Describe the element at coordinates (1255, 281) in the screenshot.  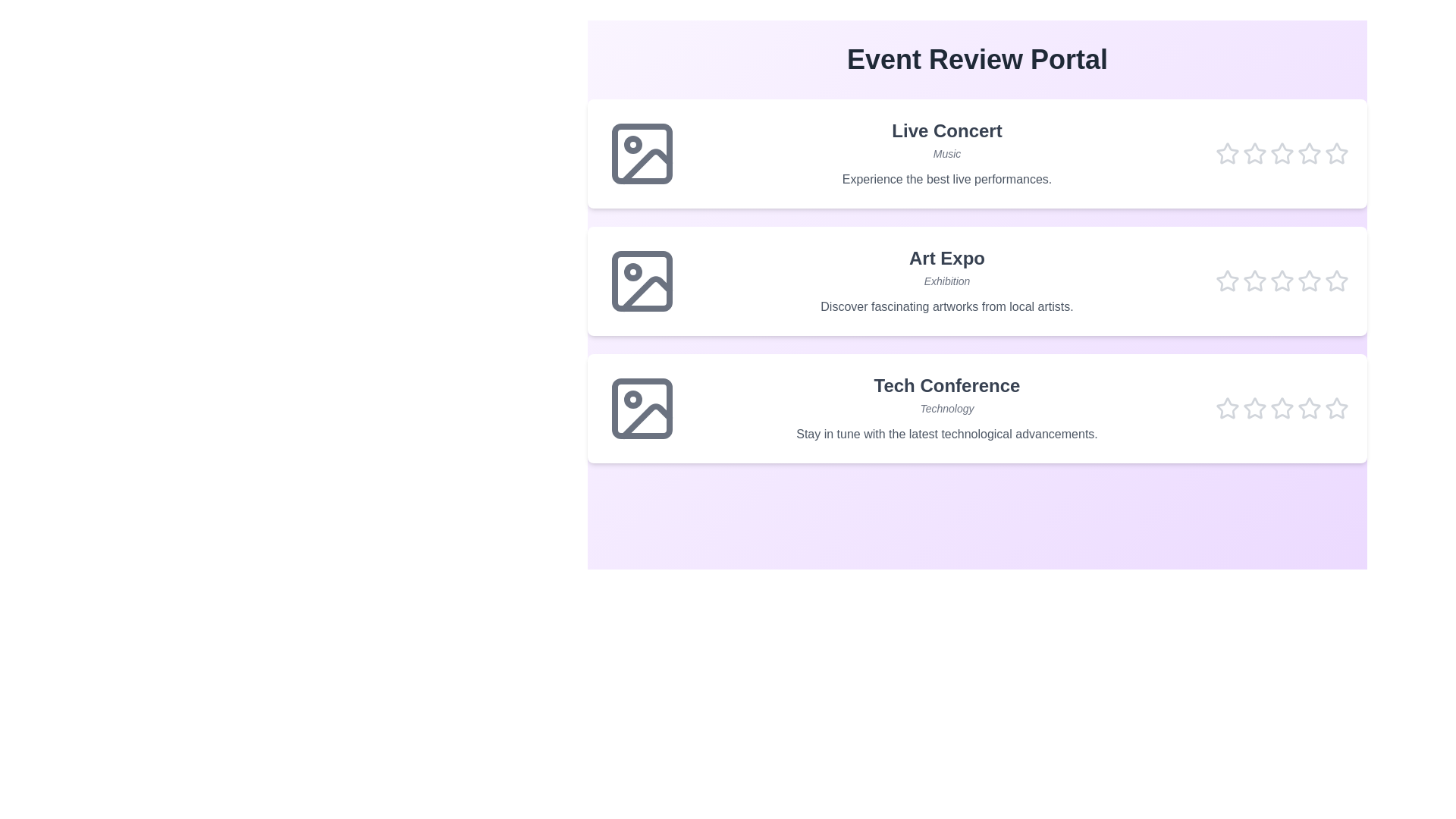
I see `the star corresponding to the rating 2 for the event Art Expo` at that location.